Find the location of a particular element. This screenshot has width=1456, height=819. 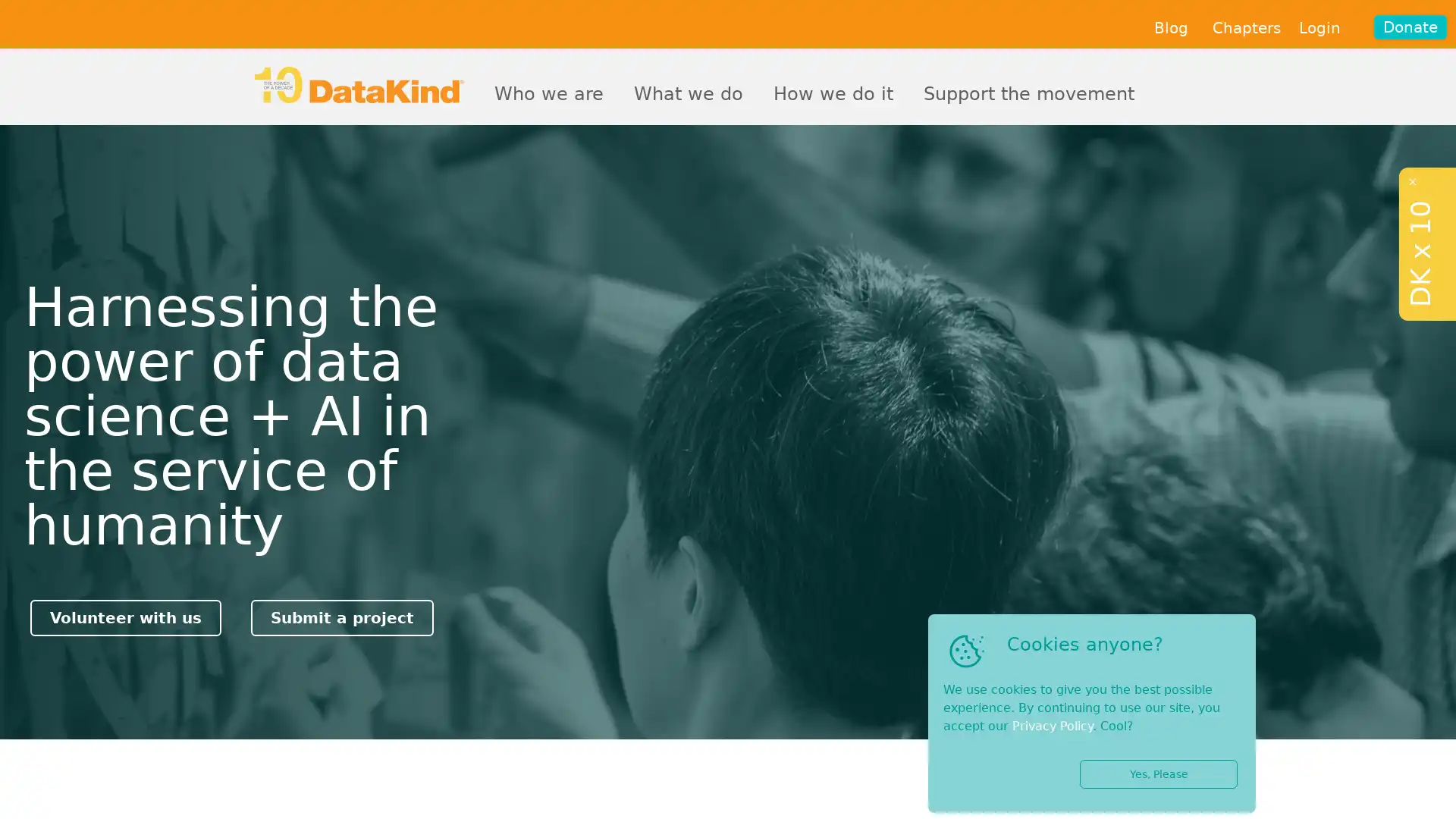

Who we are is located at coordinates (548, 91).